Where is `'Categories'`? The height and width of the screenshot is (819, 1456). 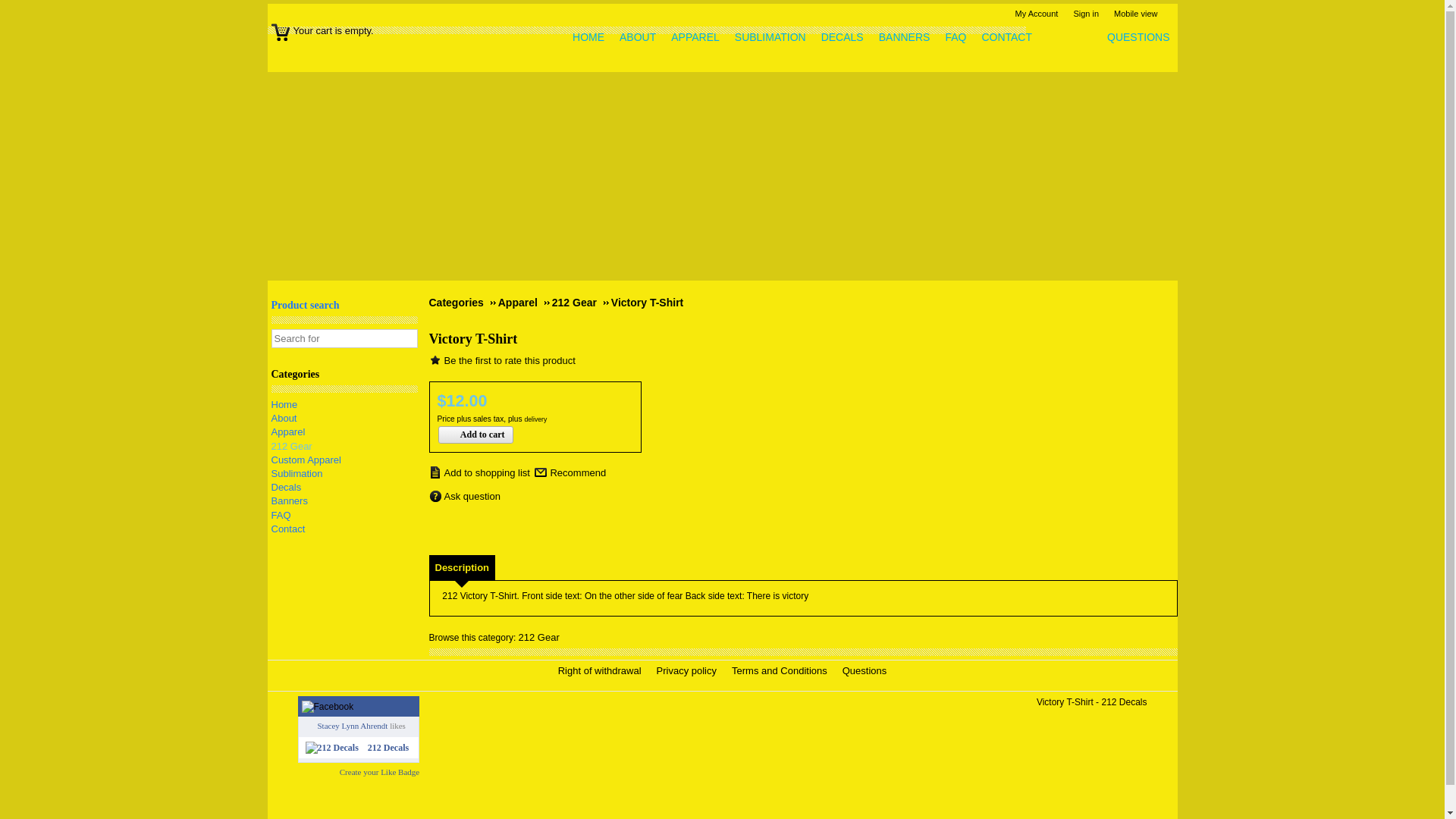
'Categories' is located at coordinates (461, 302).